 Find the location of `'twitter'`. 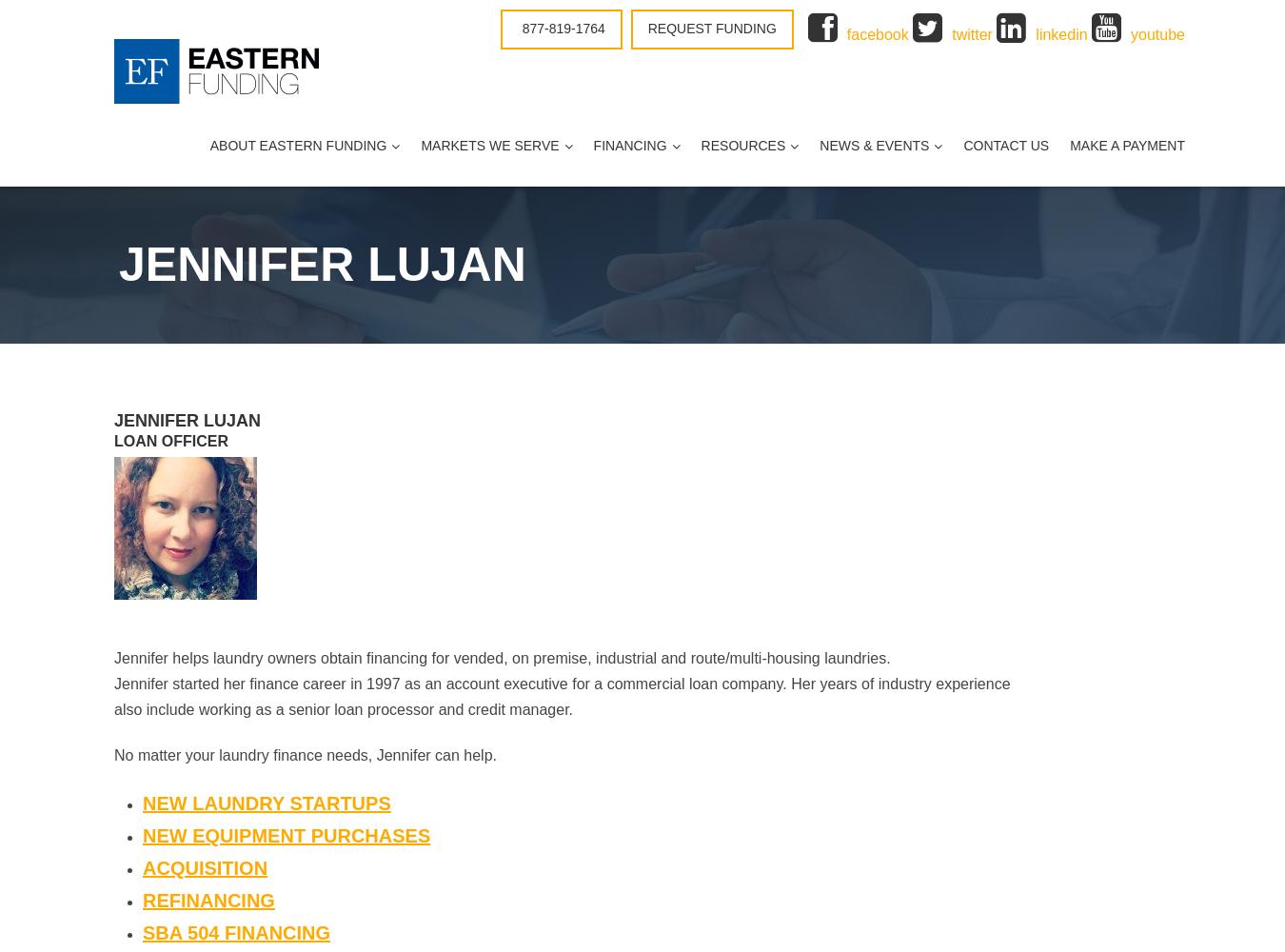

'twitter' is located at coordinates (972, 34).